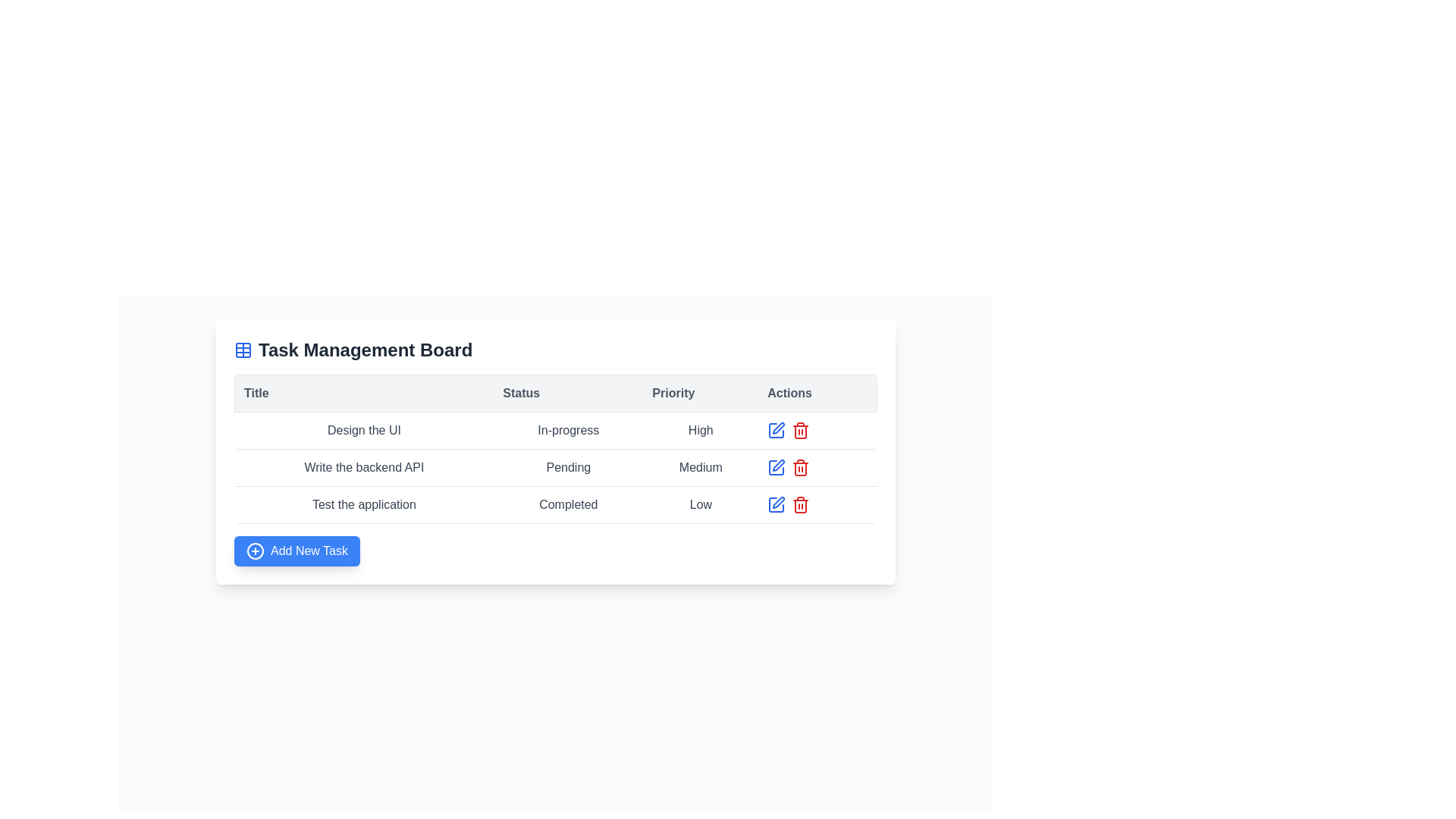 Image resolution: width=1456 pixels, height=819 pixels. What do you see at coordinates (364, 505) in the screenshot?
I see `the Text Label displaying the task title in the third row of the task management interface under the 'Title' column` at bounding box center [364, 505].